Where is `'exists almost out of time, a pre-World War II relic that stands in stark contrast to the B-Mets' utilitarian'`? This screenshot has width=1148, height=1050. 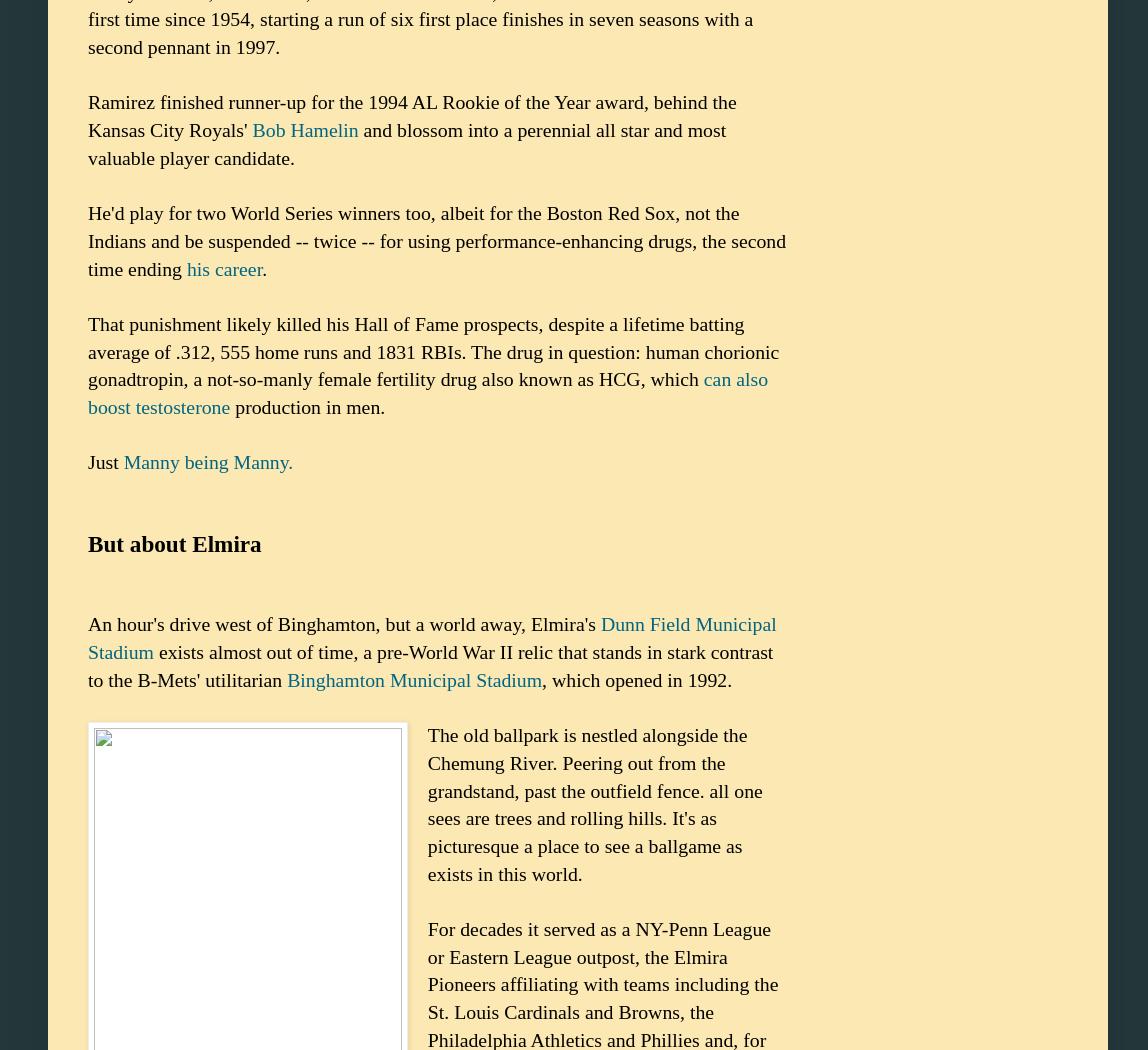 'exists almost out of time, a pre-World War II relic that stands in stark contrast to the B-Mets' utilitarian' is located at coordinates (88, 664).